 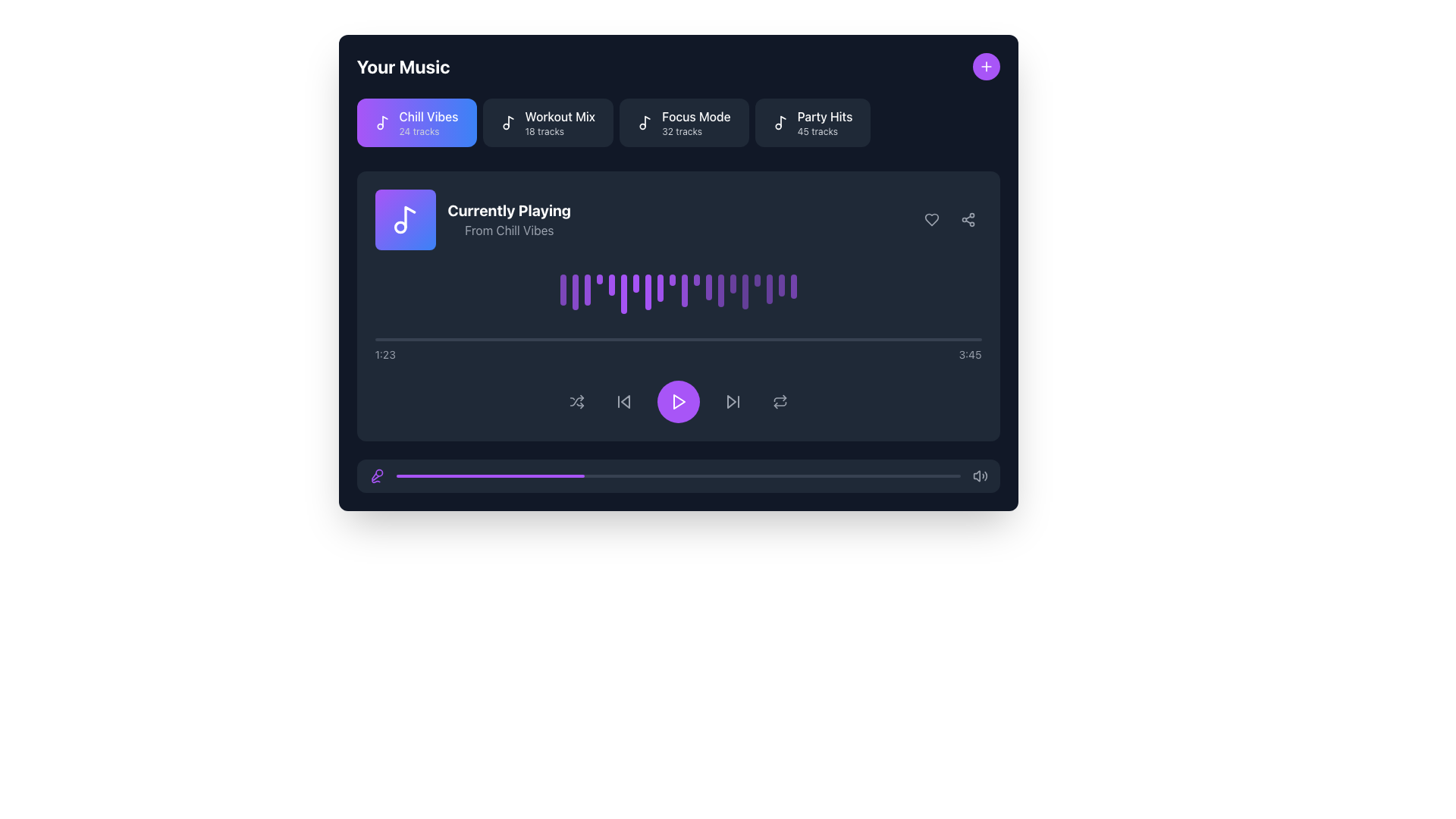 What do you see at coordinates (733, 401) in the screenshot?
I see `the 'Skip Forward' button, which is a gray icon resembling a forward-pointing triangle with a vertical line, located in the lower control area of the music playback interface` at bounding box center [733, 401].